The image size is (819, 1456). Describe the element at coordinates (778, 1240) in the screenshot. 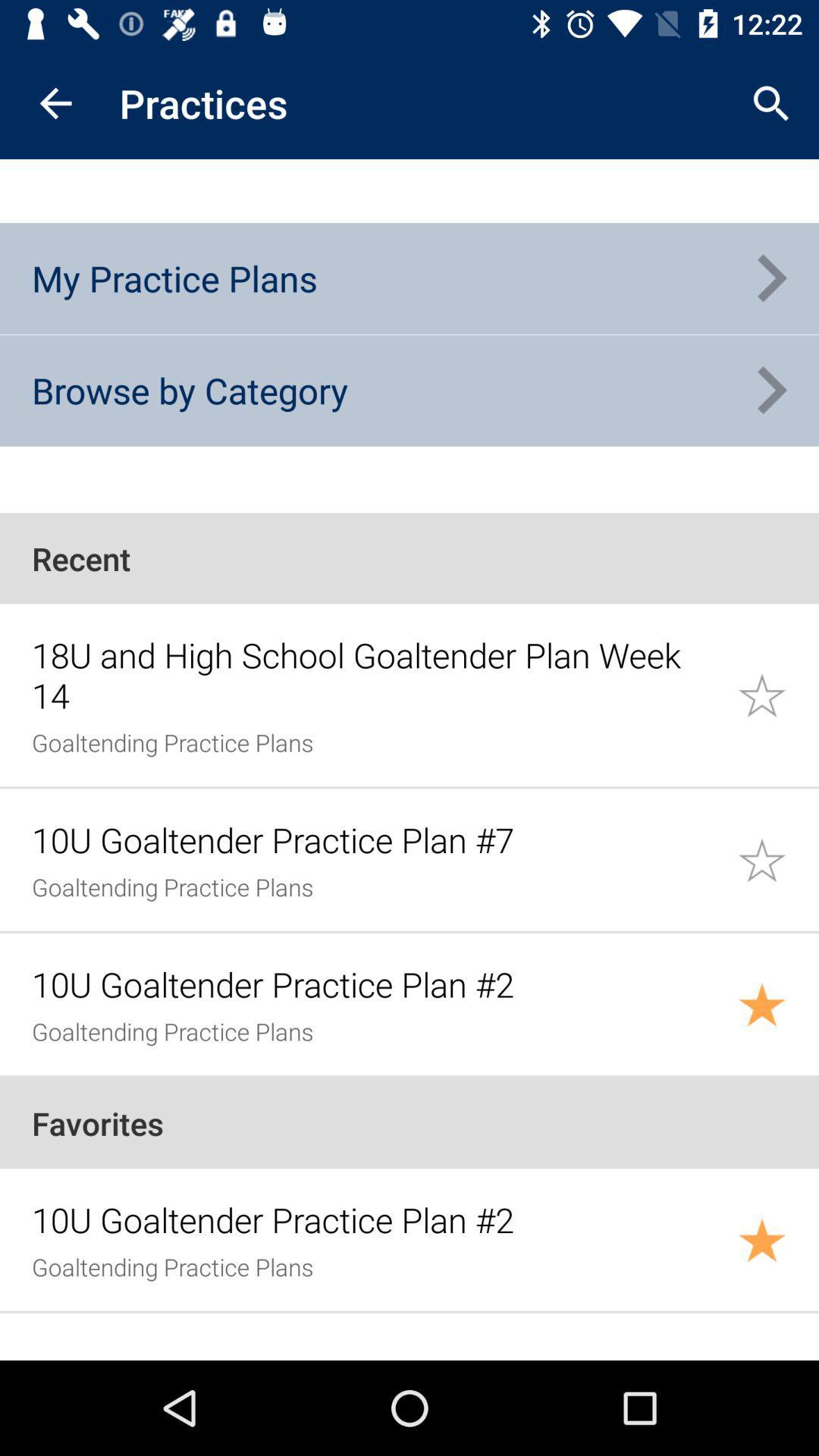

I see `remove favorite` at that location.